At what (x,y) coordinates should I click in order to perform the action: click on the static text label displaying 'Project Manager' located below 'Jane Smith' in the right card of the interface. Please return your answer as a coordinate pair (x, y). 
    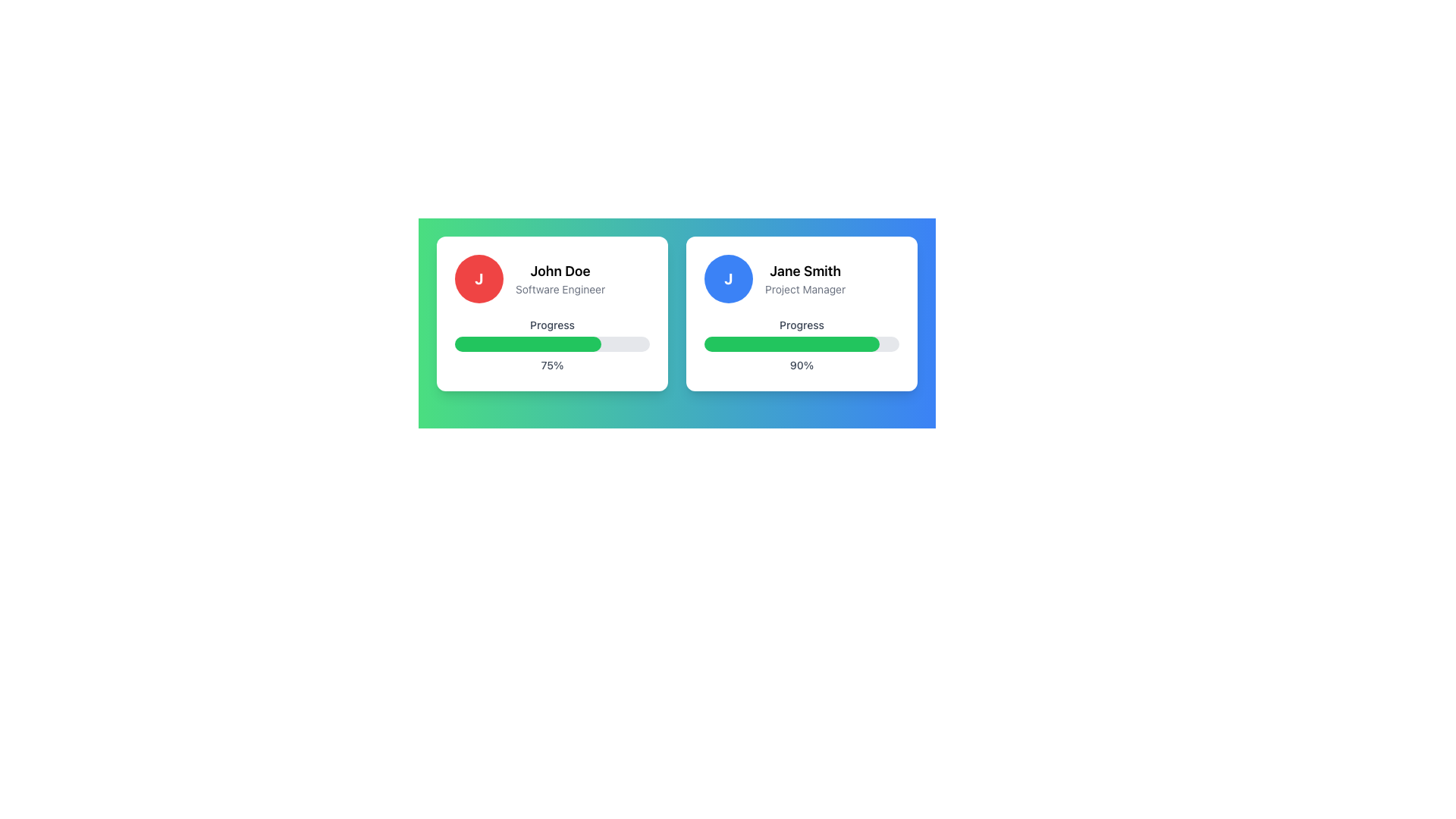
    Looking at the image, I should click on (805, 289).